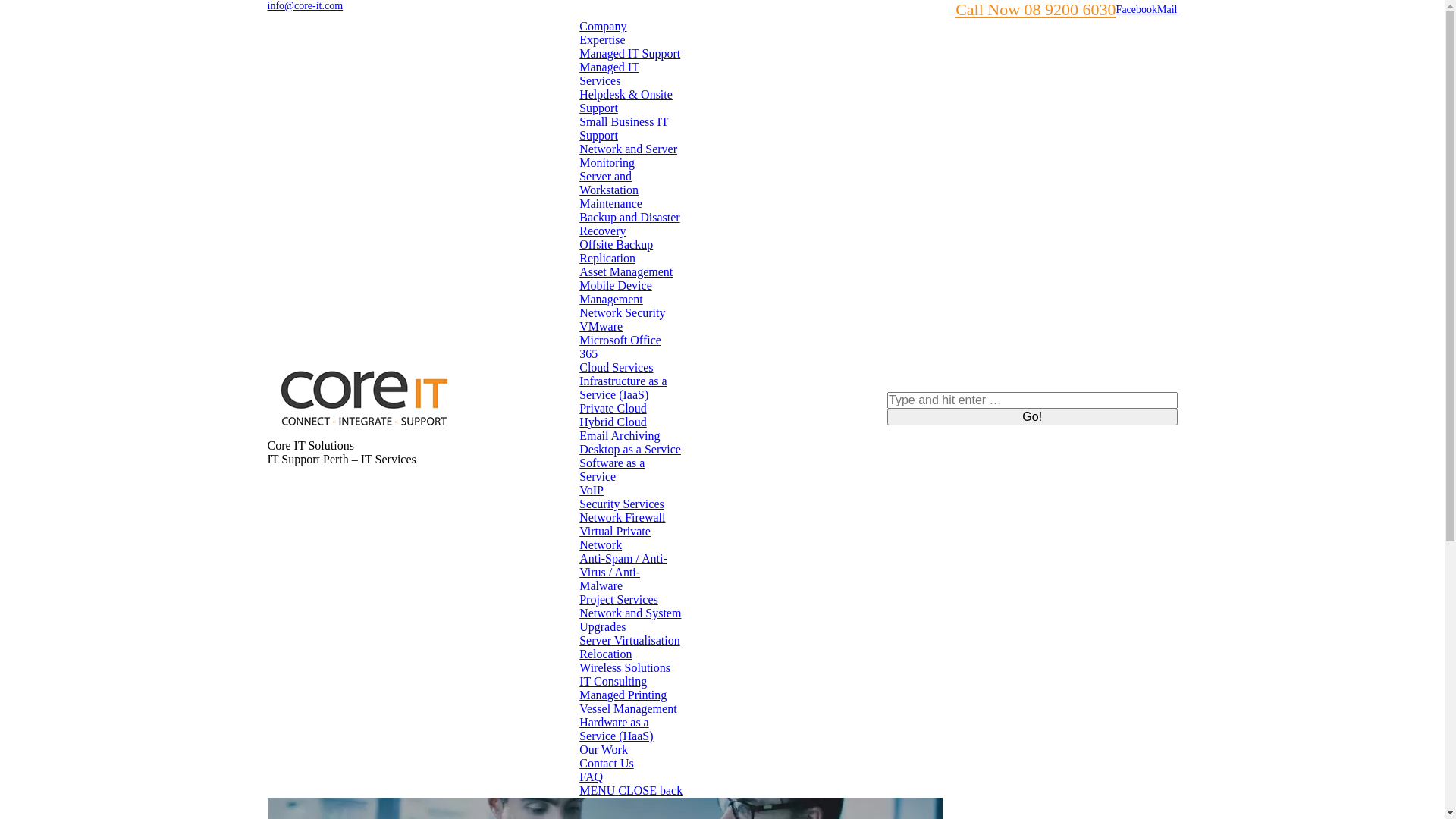 Image resolution: width=1456 pixels, height=819 pixels. Describe the element at coordinates (615, 292) in the screenshot. I see `'Mobile Device Management'` at that location.